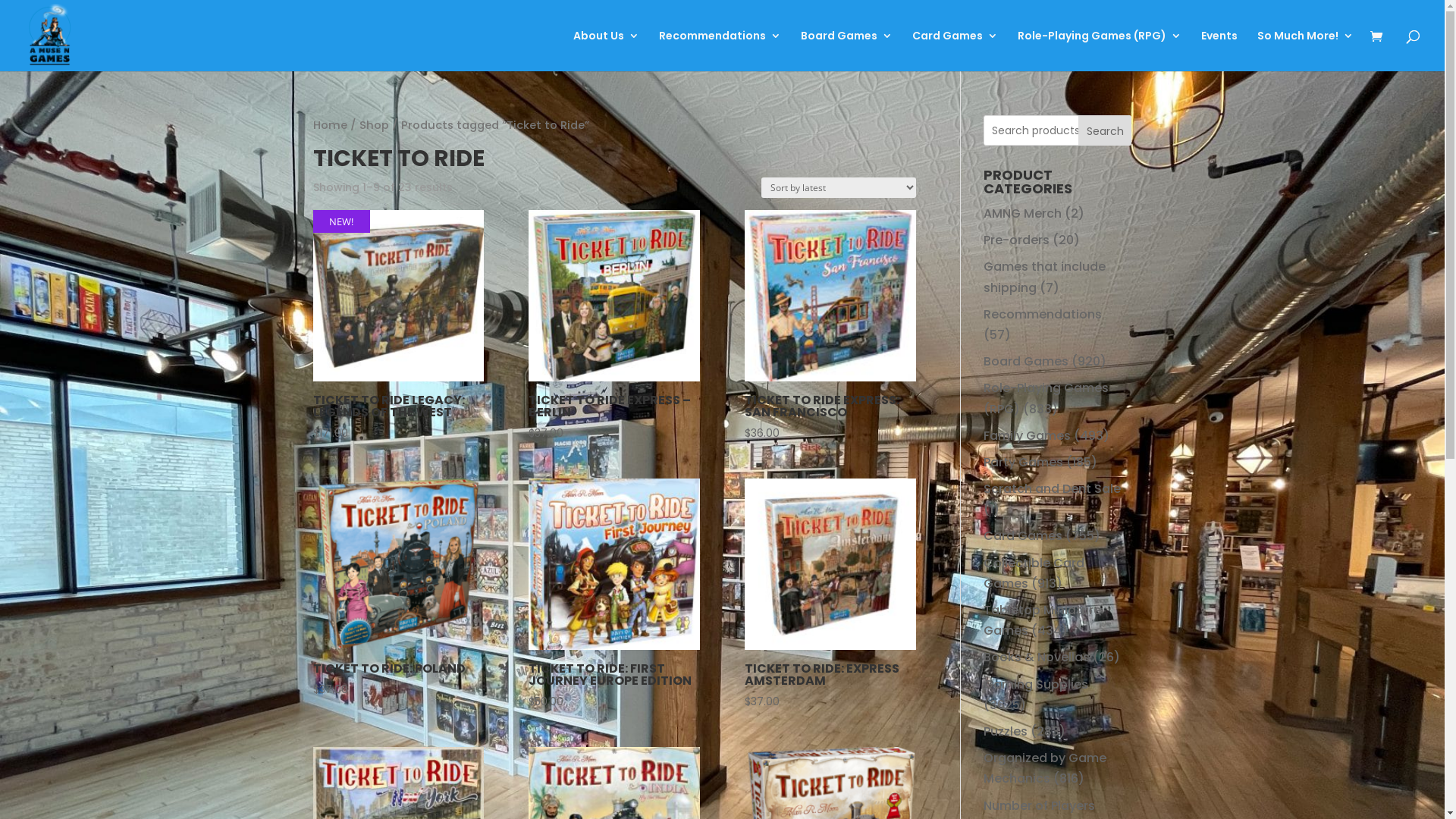  What do you see at coordinates (328, 124) in the screenshot?
I see `'Home'` at bounding box center [328, 124].